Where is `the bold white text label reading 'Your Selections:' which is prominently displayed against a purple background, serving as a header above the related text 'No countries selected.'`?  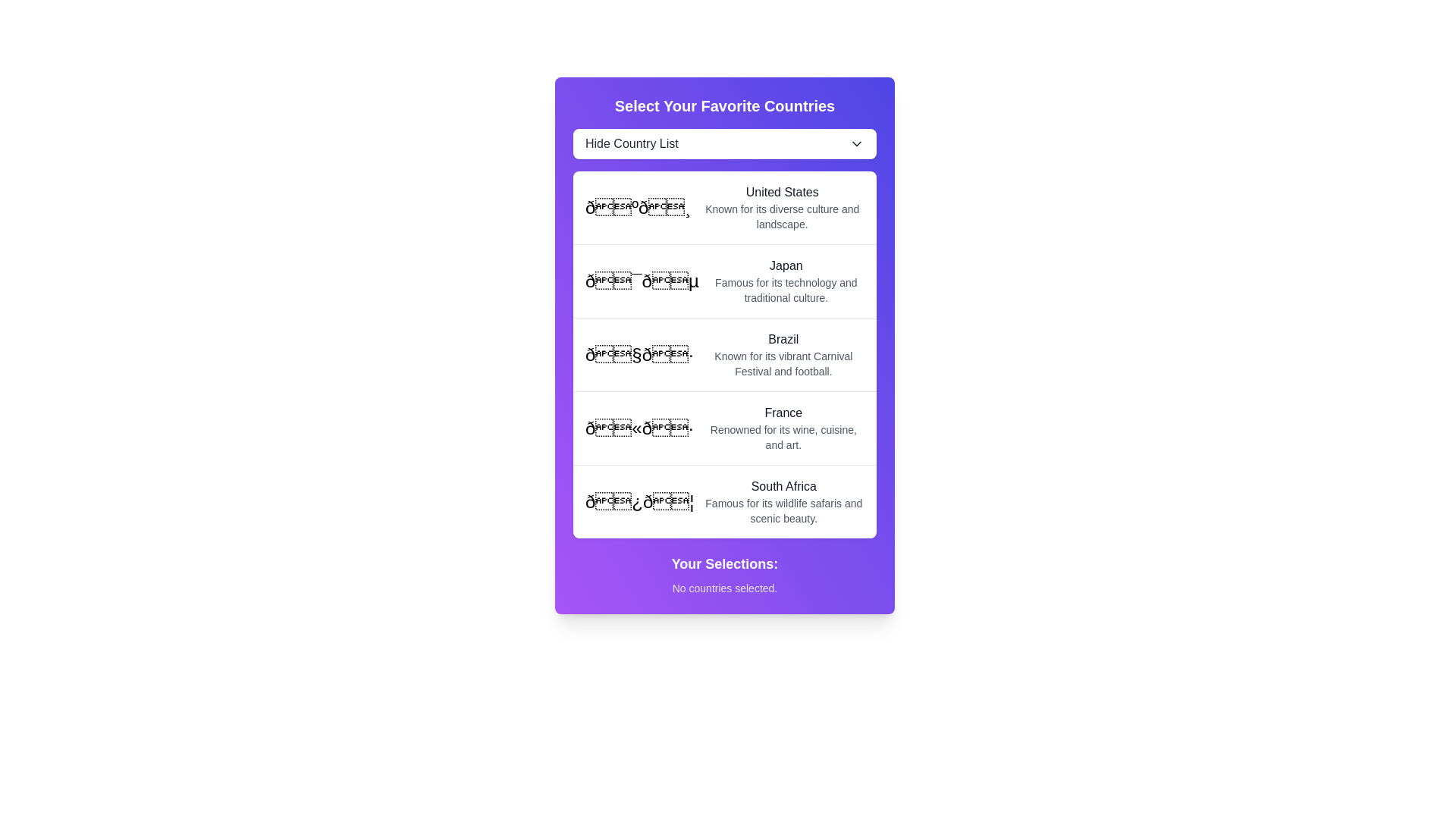 the bold white text label reading 'Your Selections:' which is prominently displayed against a purple background, serving as a header above the related text 'No countries selected.' is located at coordinates (723, 564).